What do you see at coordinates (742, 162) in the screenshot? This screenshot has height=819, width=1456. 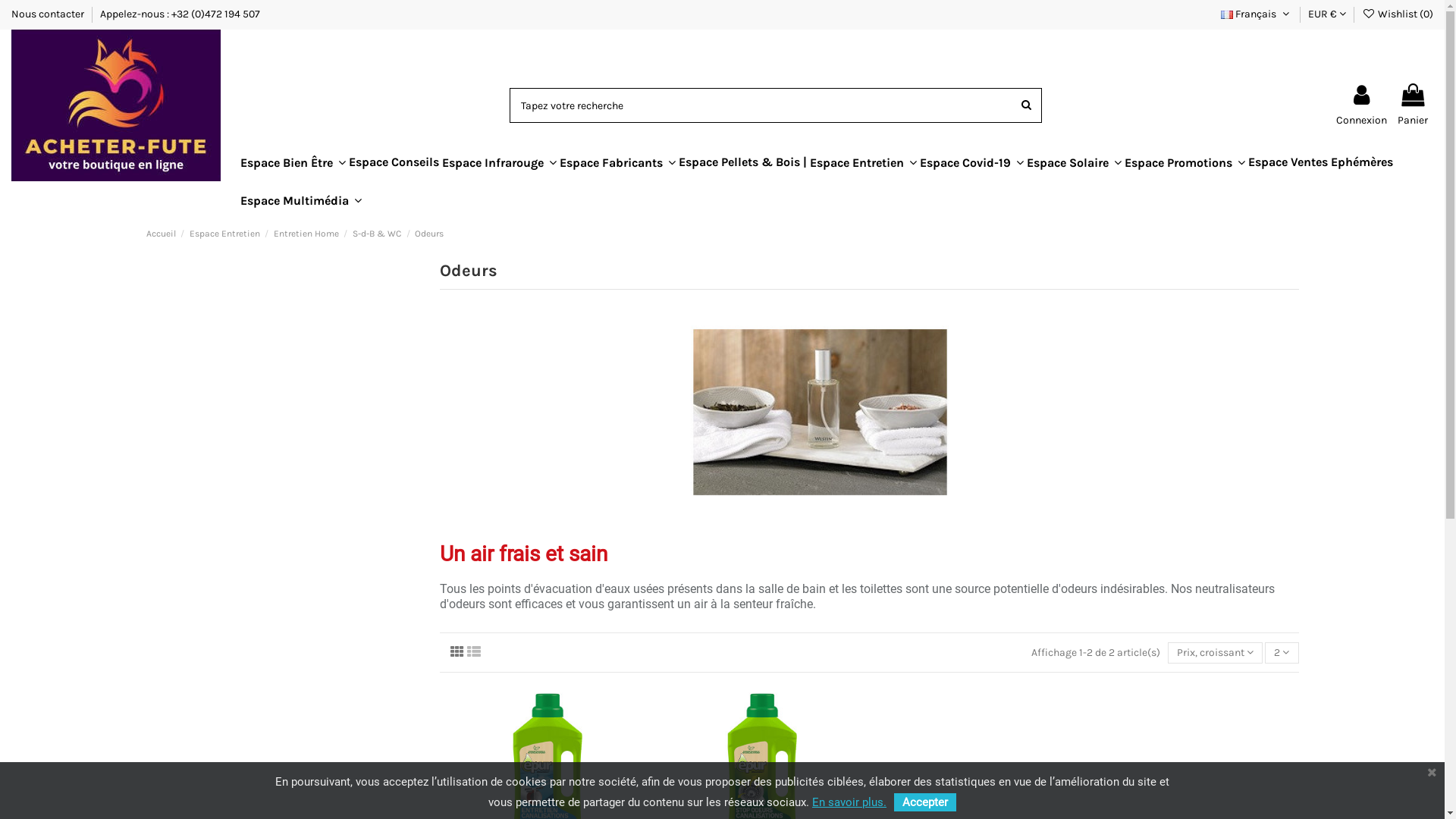 I see `'Espace Pellets & Bois |'` at bounding box center [742, 162].